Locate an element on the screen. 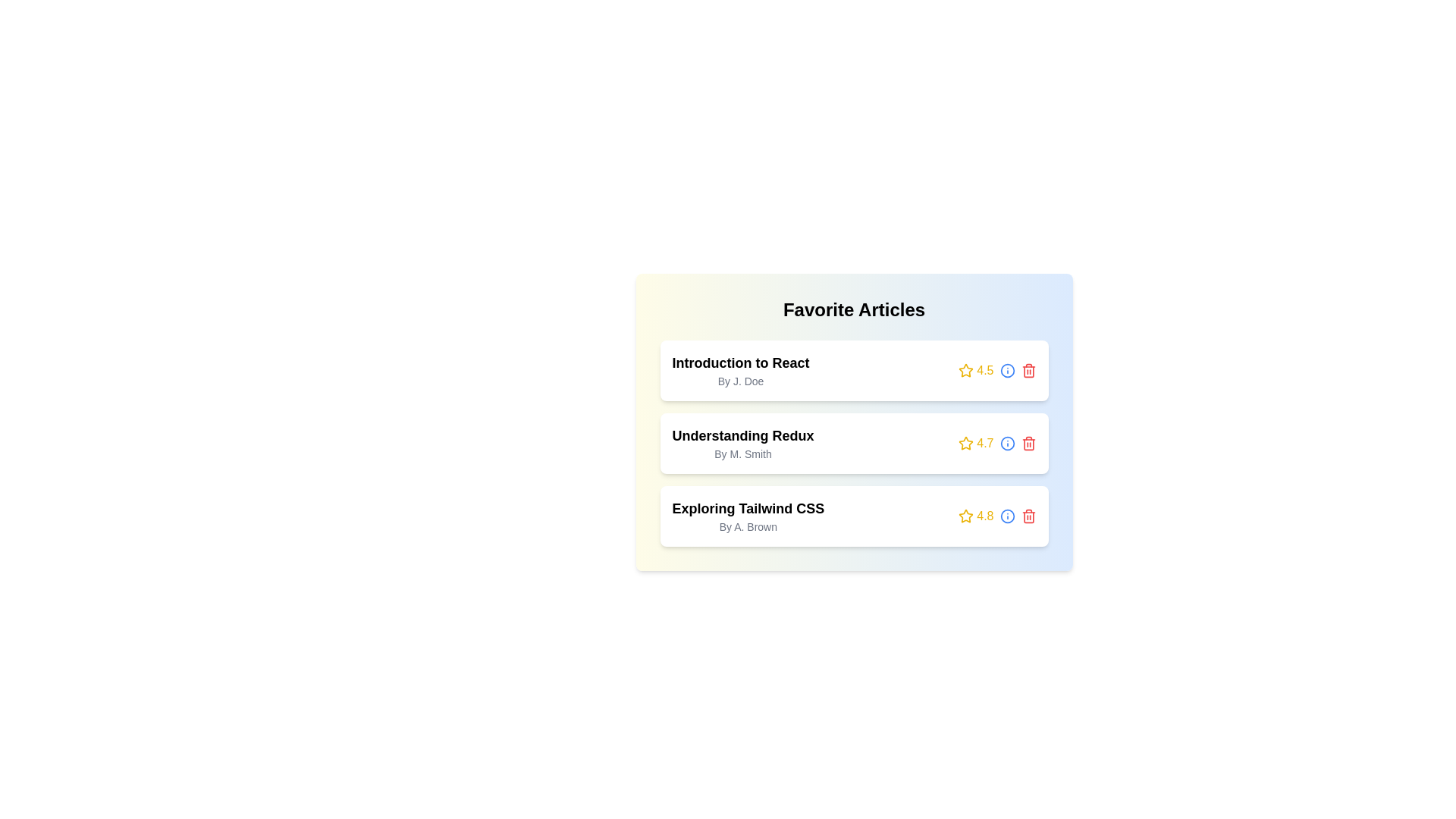  the article title to select or highlight it. The parameter Exploring Tailwind CSS specifies the title of the article to interact with is located at coordinates (747, 509).